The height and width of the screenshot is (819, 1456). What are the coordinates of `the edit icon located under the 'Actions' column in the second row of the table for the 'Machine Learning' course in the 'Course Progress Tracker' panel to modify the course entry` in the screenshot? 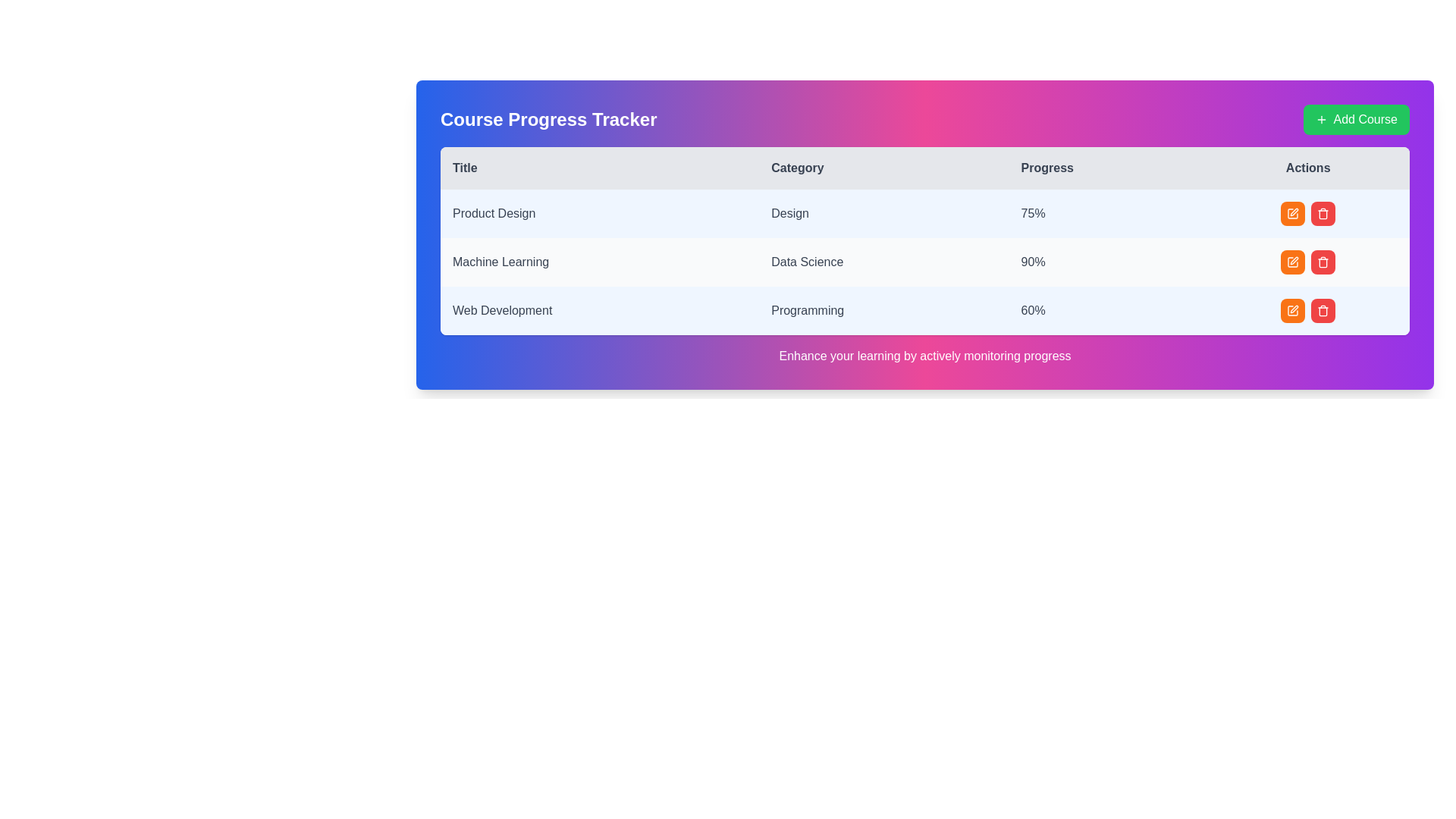 It's located at (1291, 262).